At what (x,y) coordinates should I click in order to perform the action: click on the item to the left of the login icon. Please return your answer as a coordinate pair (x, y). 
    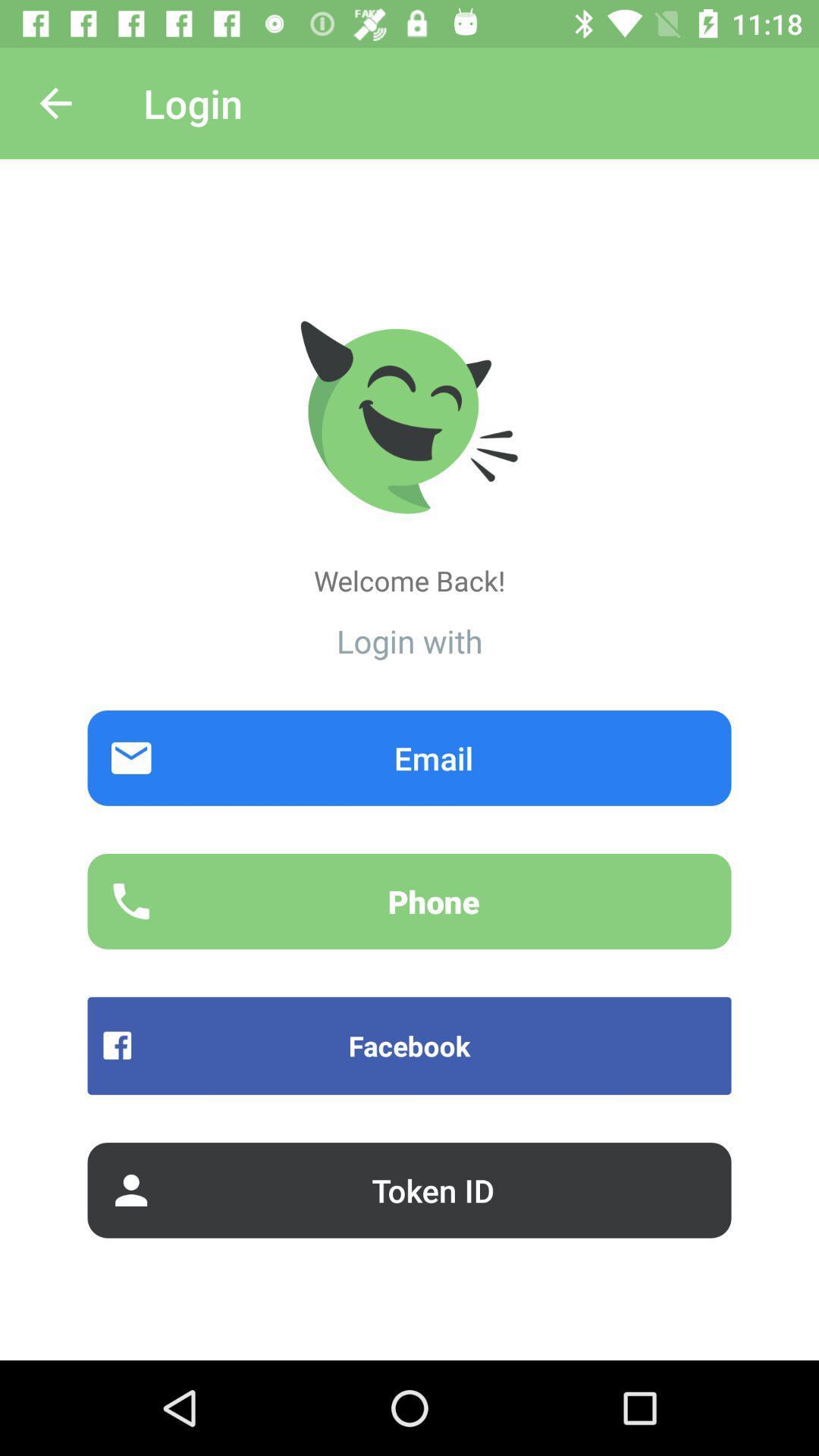
    Looking at the image, I should click on (55, 102).